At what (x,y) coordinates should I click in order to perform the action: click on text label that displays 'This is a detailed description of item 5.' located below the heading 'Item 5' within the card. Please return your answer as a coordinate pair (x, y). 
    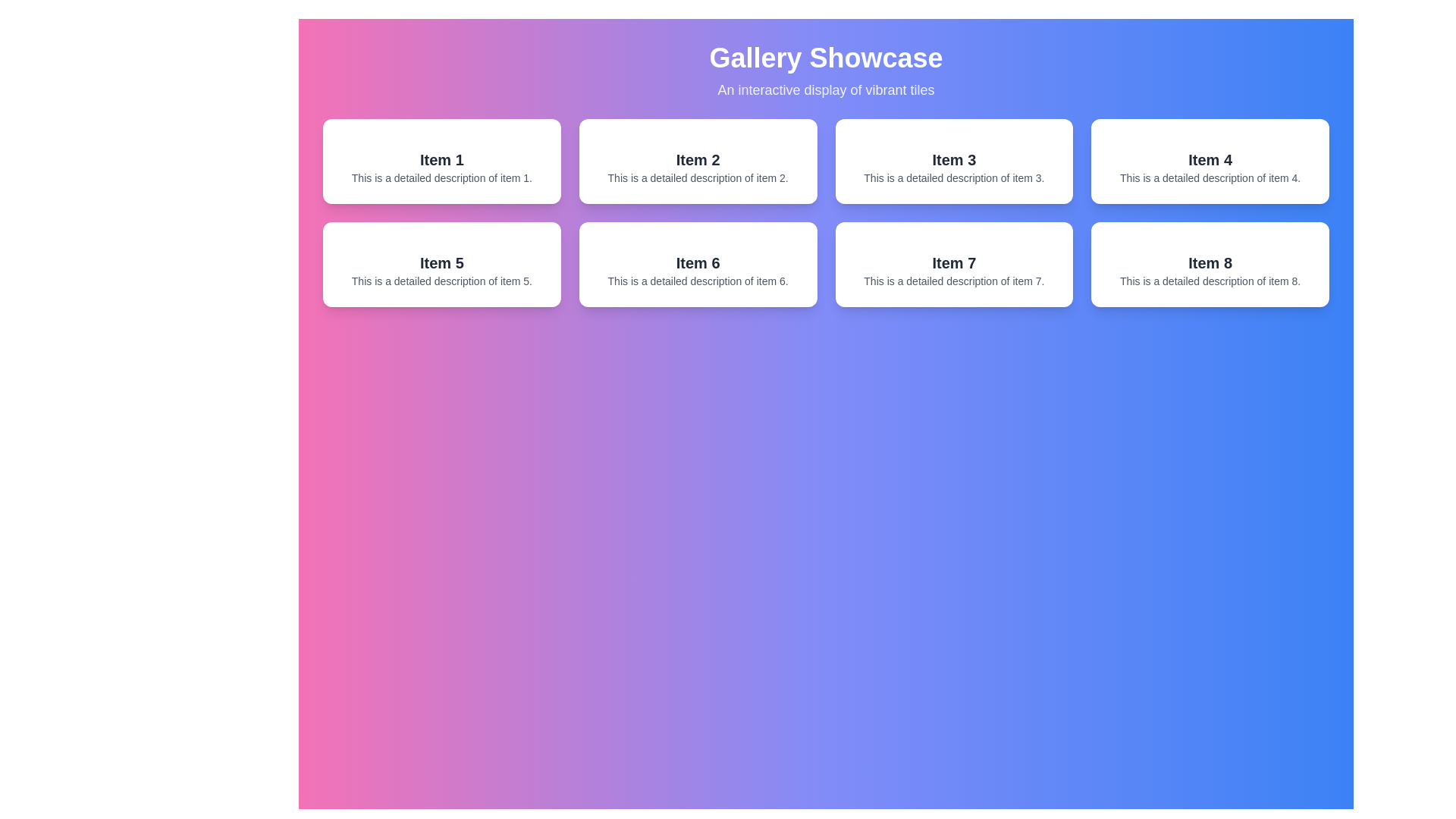
    Looking at the image, I should click on (441, 281).